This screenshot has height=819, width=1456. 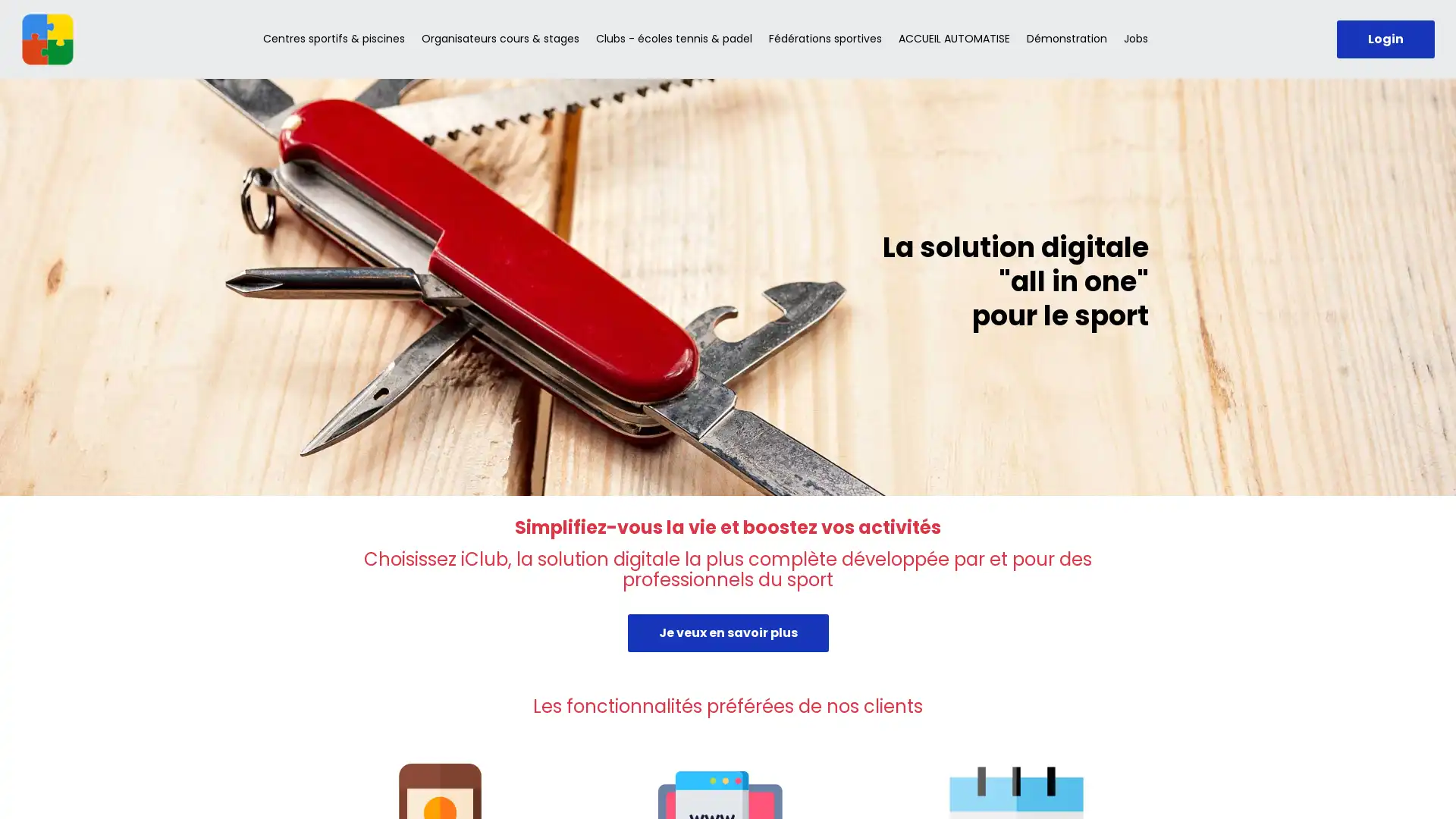 What do you see at coordinates (952, 38) in the screenshot?
I see `ACCUEIL AUTOMATISE` at bounding box center [952, 38].